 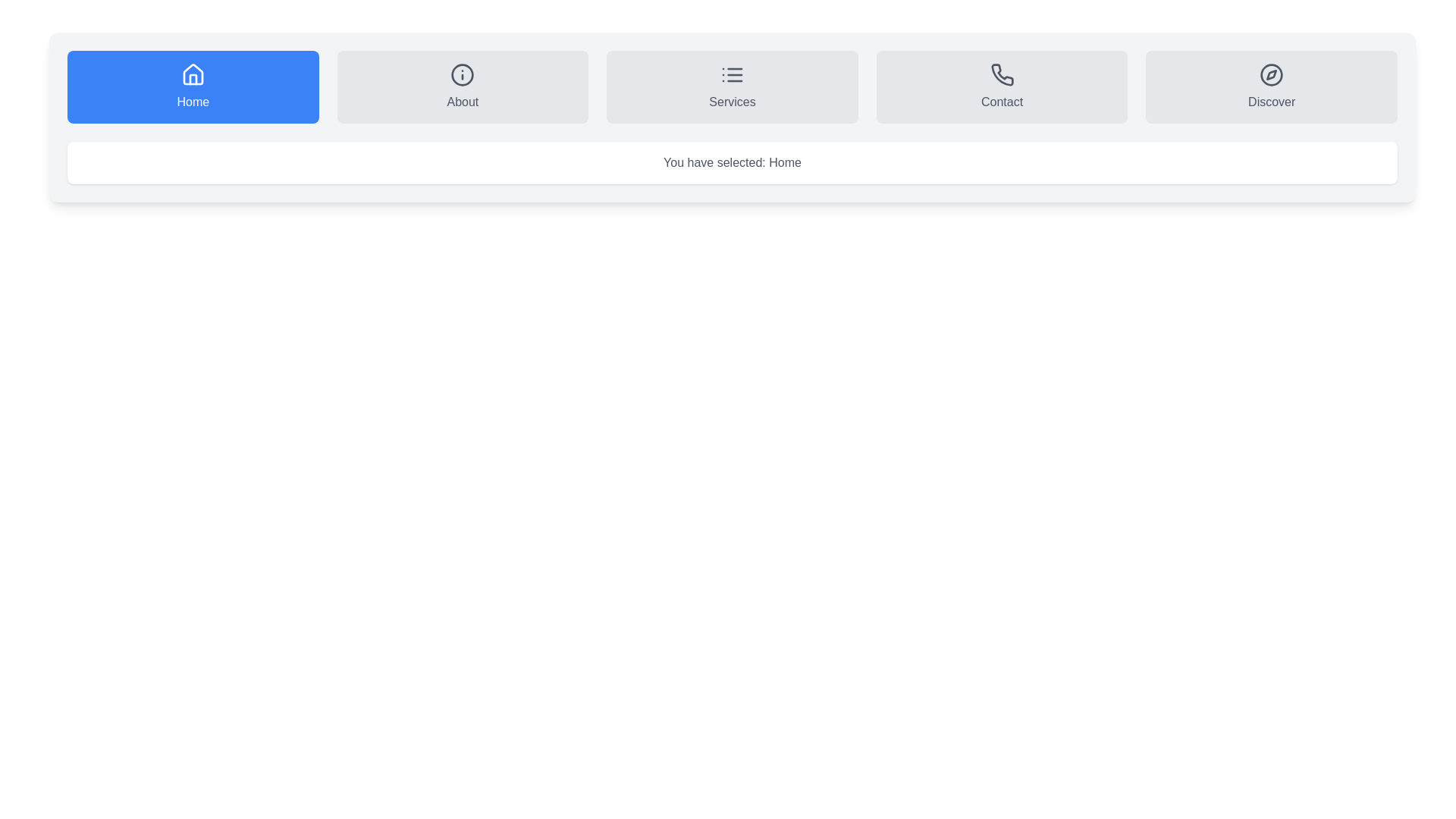 I want to click on the 'About' label located in the navigation bar, which is part of a button-like interface unit between 'Home' and 'Services', so click(x=462, y=102).